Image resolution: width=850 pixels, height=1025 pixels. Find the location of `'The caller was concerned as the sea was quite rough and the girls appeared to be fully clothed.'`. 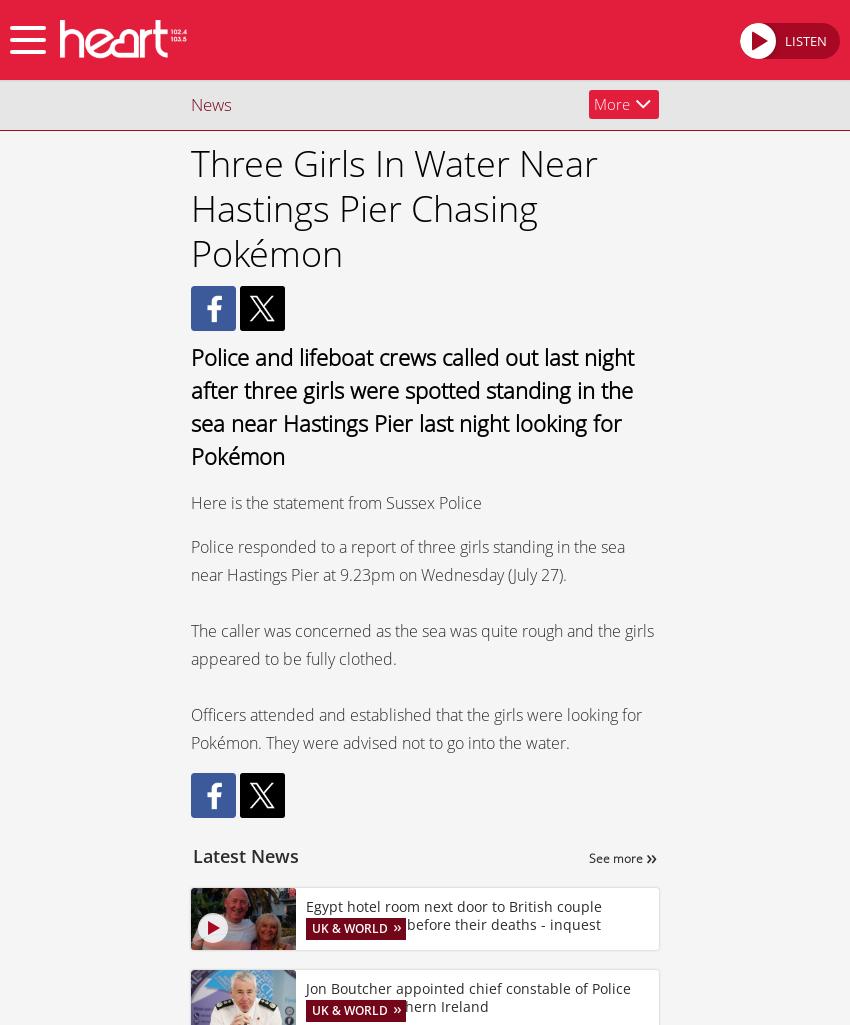

'The caller was concerned as the sea was quite rough and the girls appeared to be fully clothed.' is located at coordinates (422, 644).